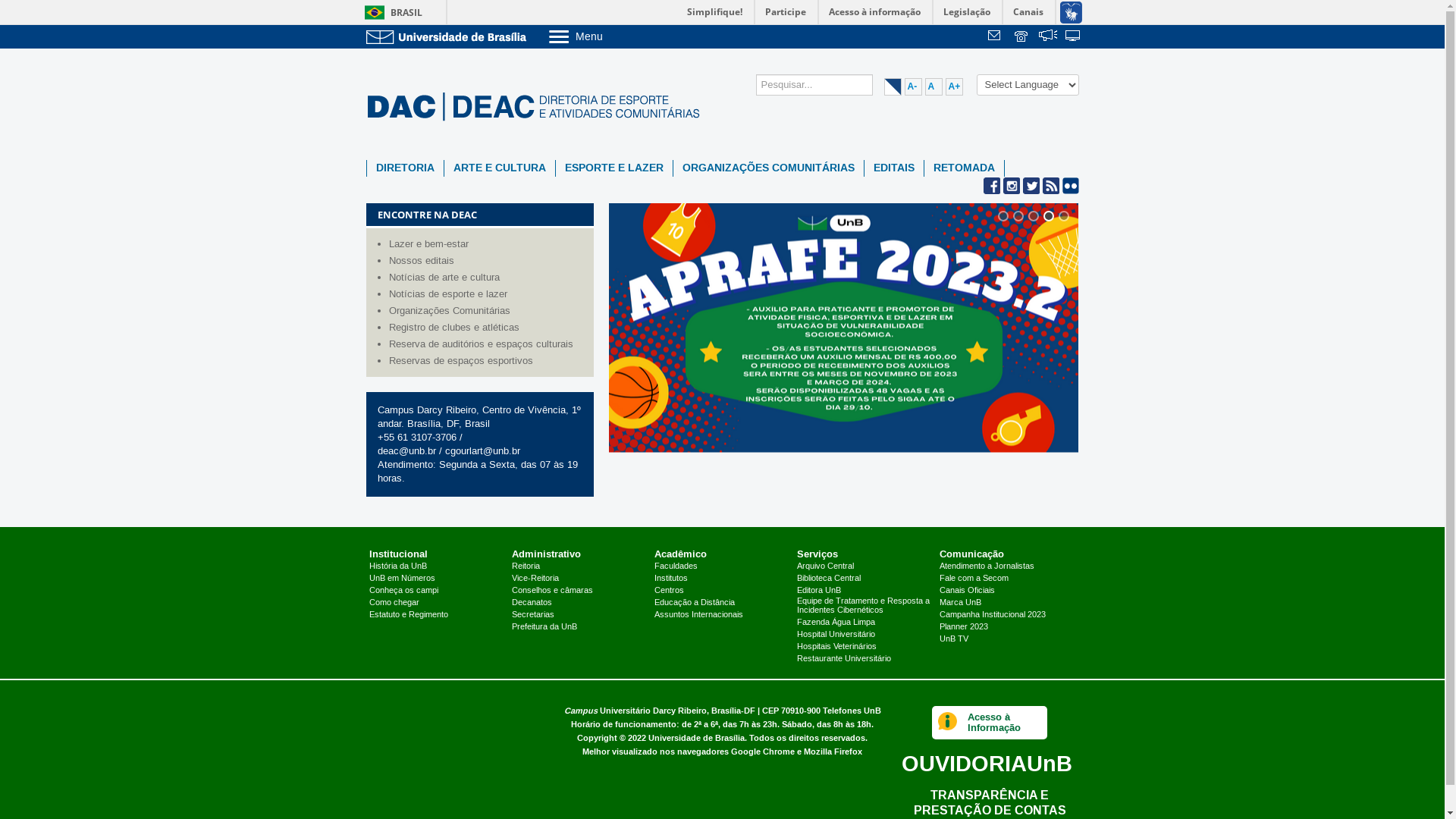  Describe the element at coordinates (535, 579) in the screenshot. I see `'Vice-Reitoria'` at that location.